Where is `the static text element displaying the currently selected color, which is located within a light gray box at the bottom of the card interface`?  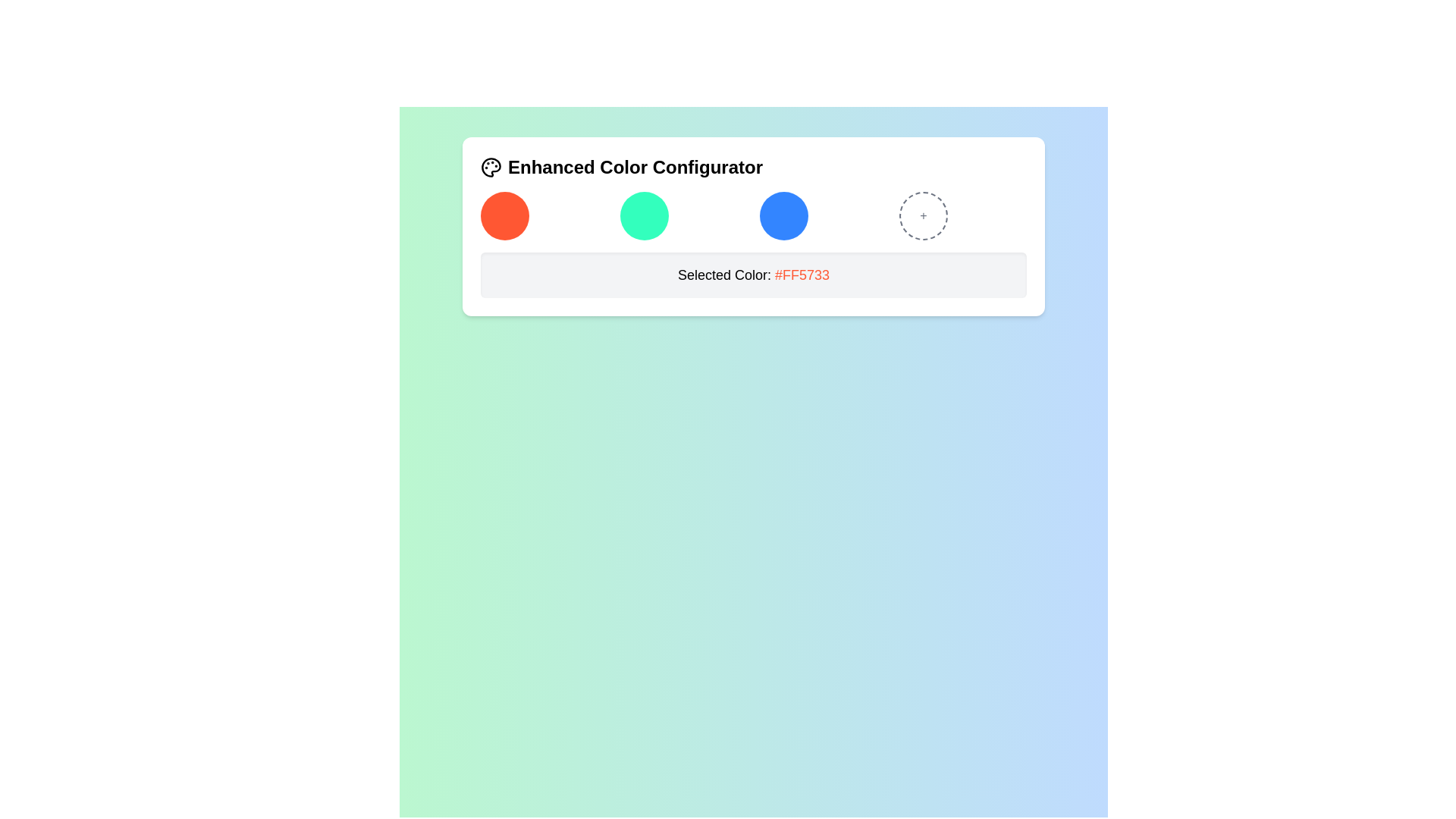 the static text element displaying the currently selected color, which is located within a light gray box at the bottom of the card interface is located at coordinates (753, 275).